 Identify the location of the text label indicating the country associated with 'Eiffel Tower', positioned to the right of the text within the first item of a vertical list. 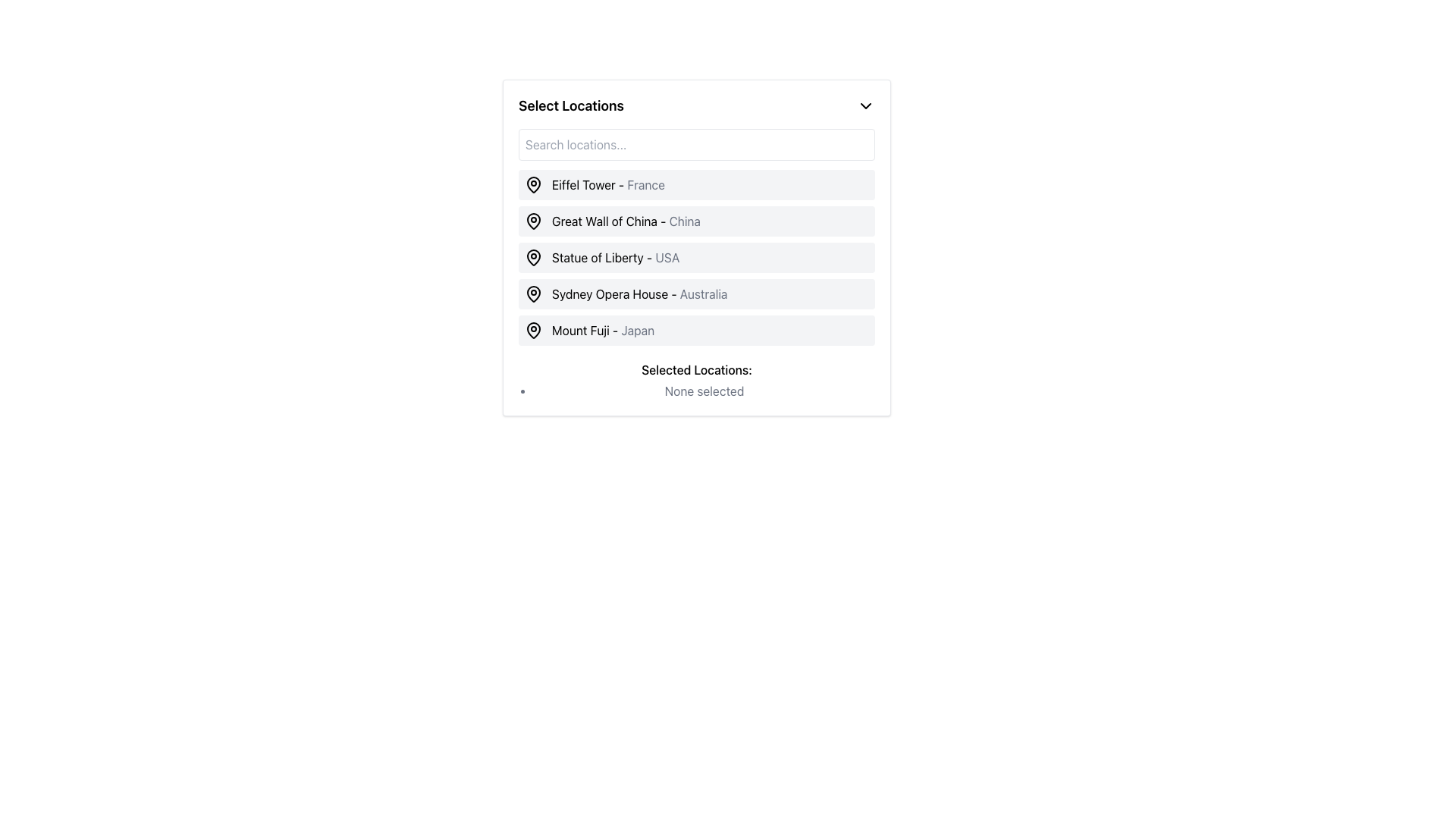
(646, 184).